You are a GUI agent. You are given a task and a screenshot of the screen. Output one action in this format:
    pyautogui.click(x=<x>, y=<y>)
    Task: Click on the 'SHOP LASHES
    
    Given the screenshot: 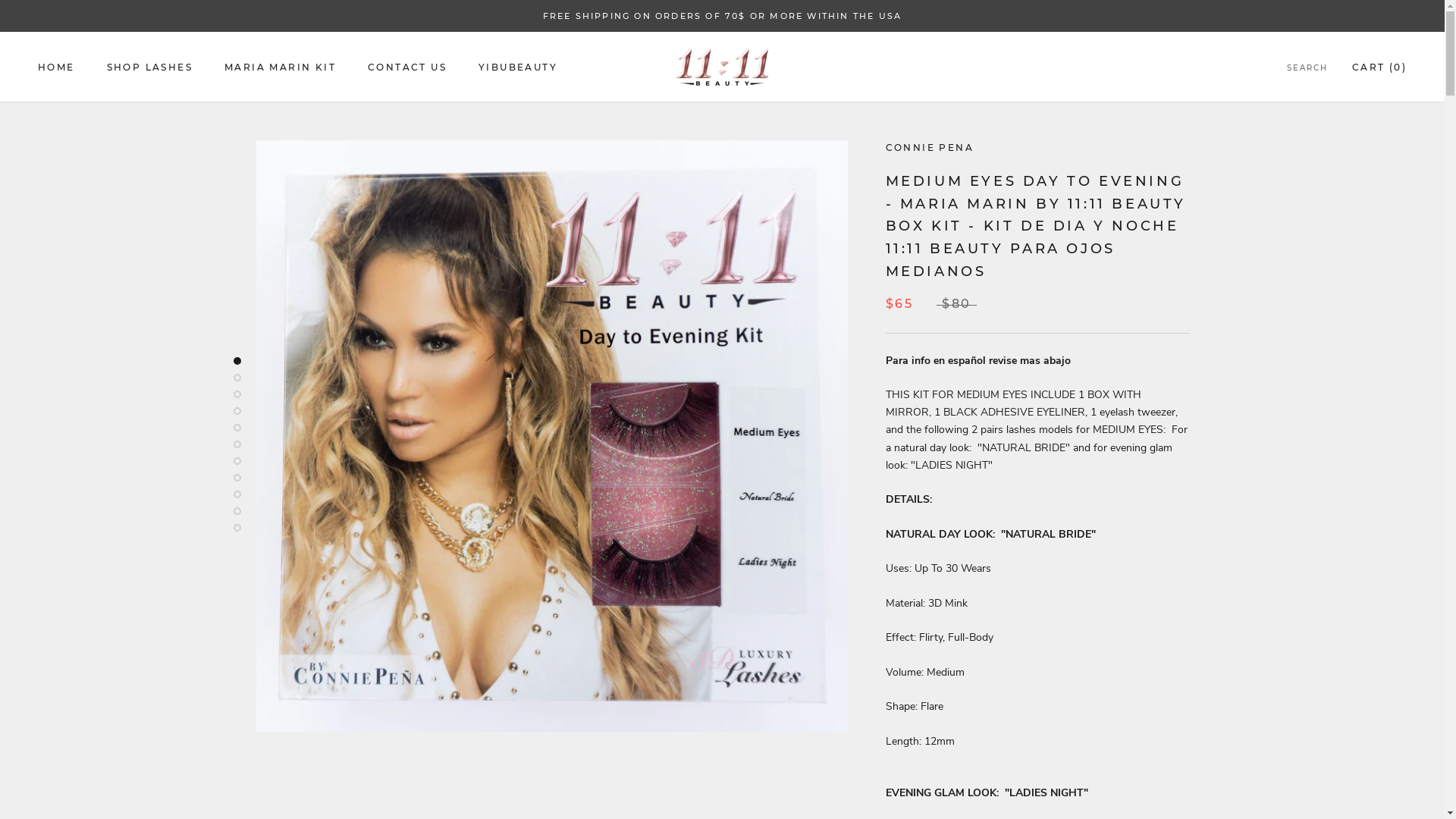 What is the action you would take?
    pyautogui.click(x=105, y=66)
    